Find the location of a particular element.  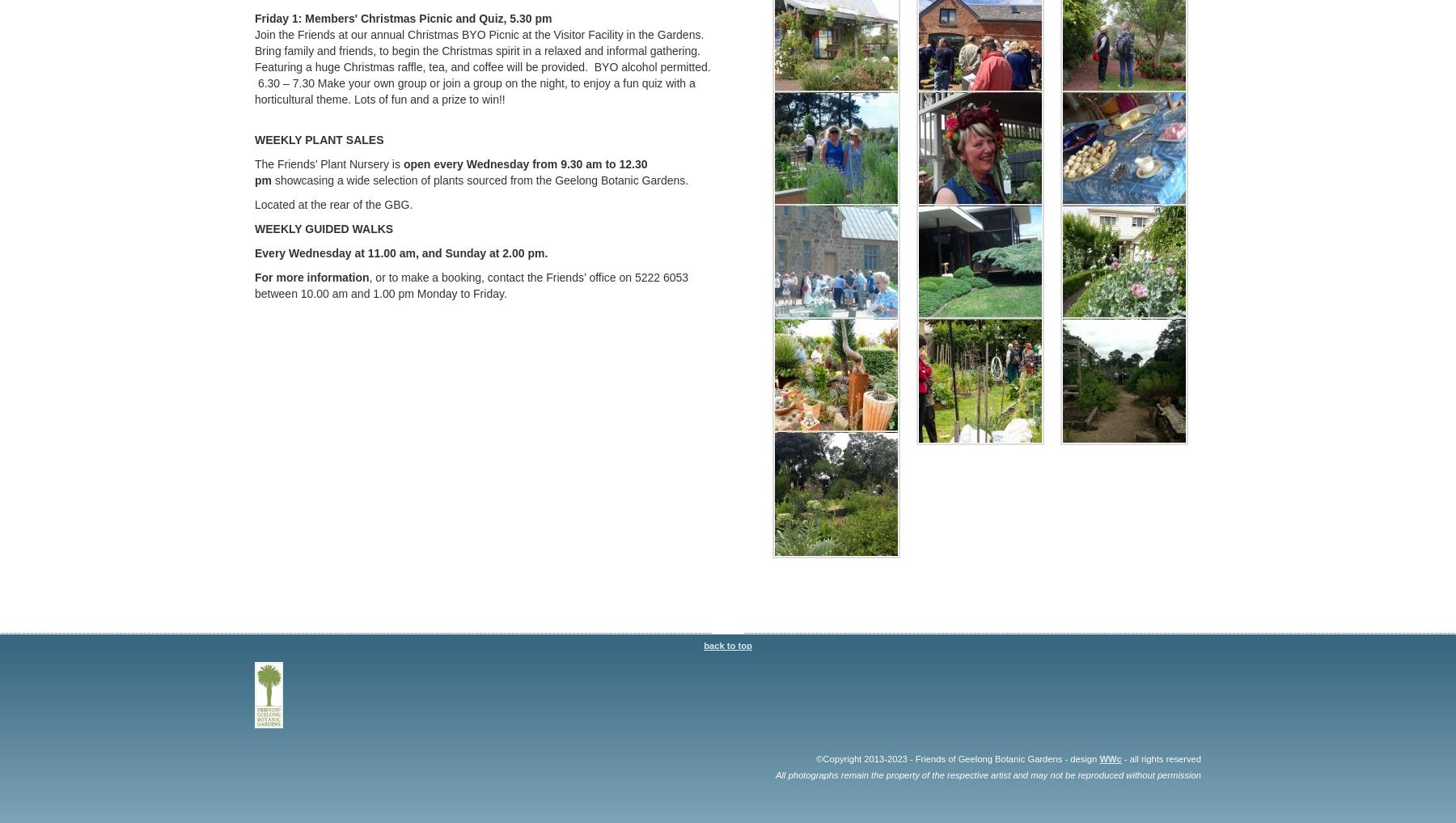

'For more information' is located at coordinates (311, 276).